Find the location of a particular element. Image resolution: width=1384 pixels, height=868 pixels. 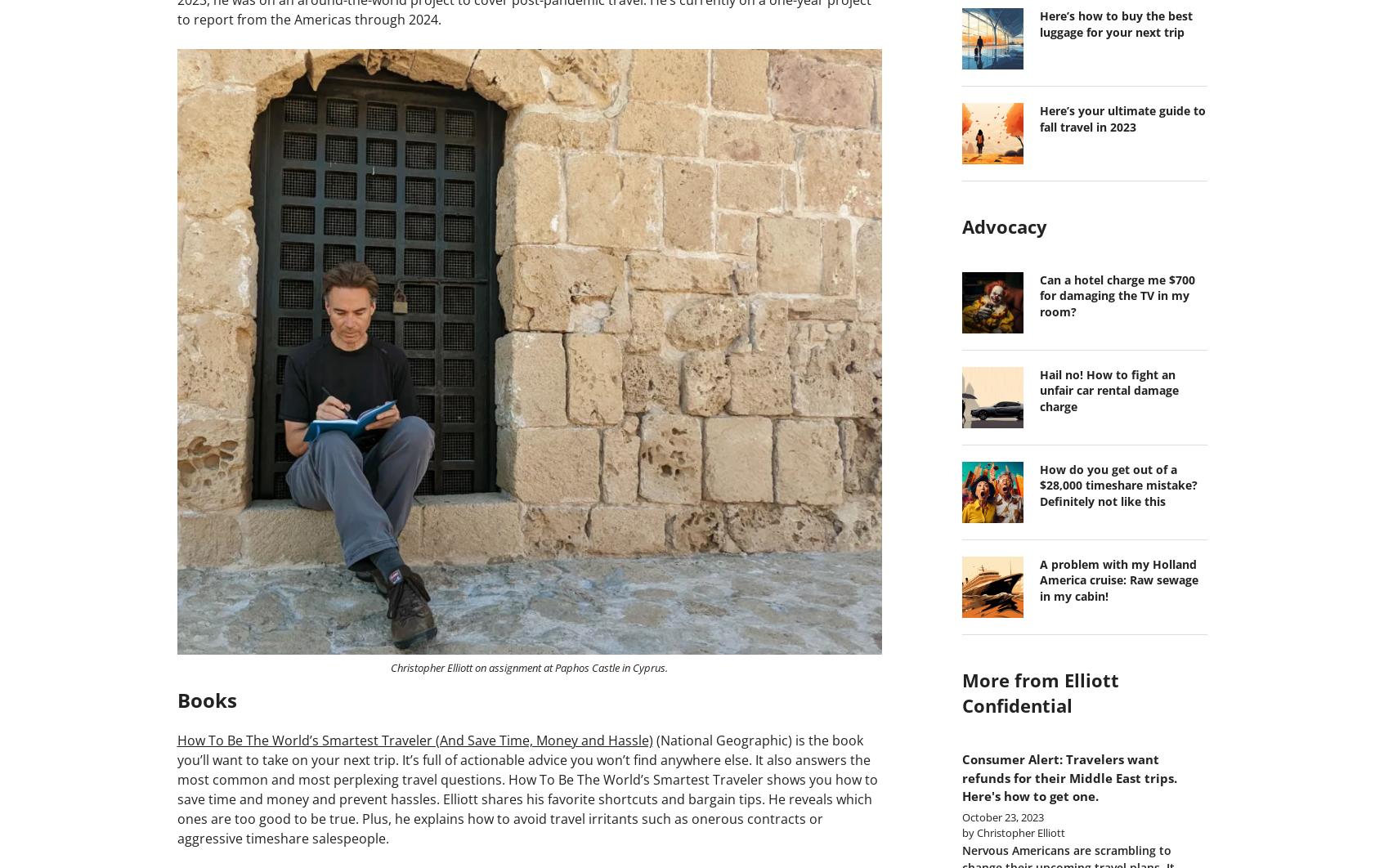

'Can a hotel charge me $700 for damaging the TV in my room?' is located at coordinates (1116, 294).